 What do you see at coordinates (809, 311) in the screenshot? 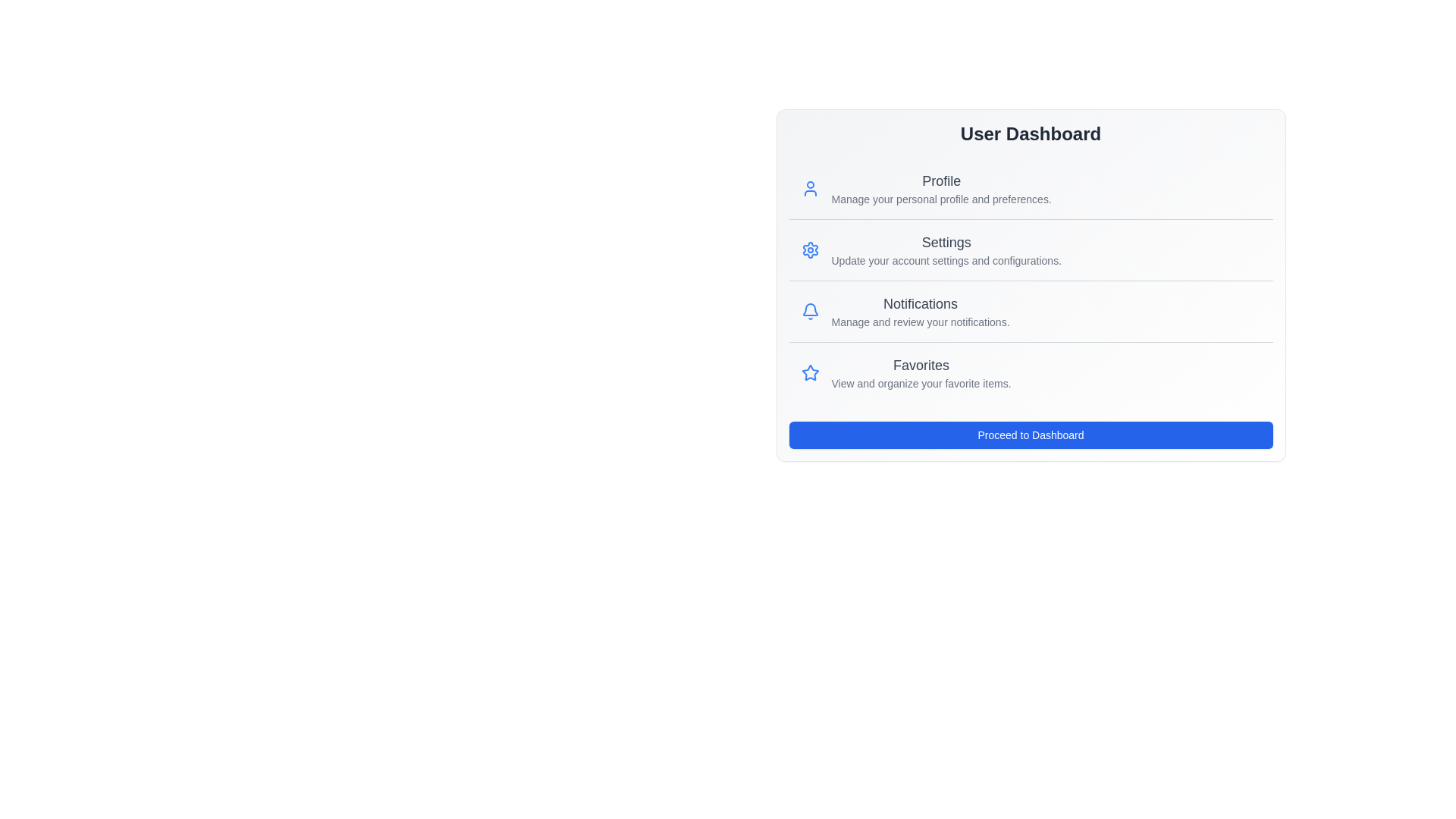
I see `the bell icon` at bounding box center [809, 311].